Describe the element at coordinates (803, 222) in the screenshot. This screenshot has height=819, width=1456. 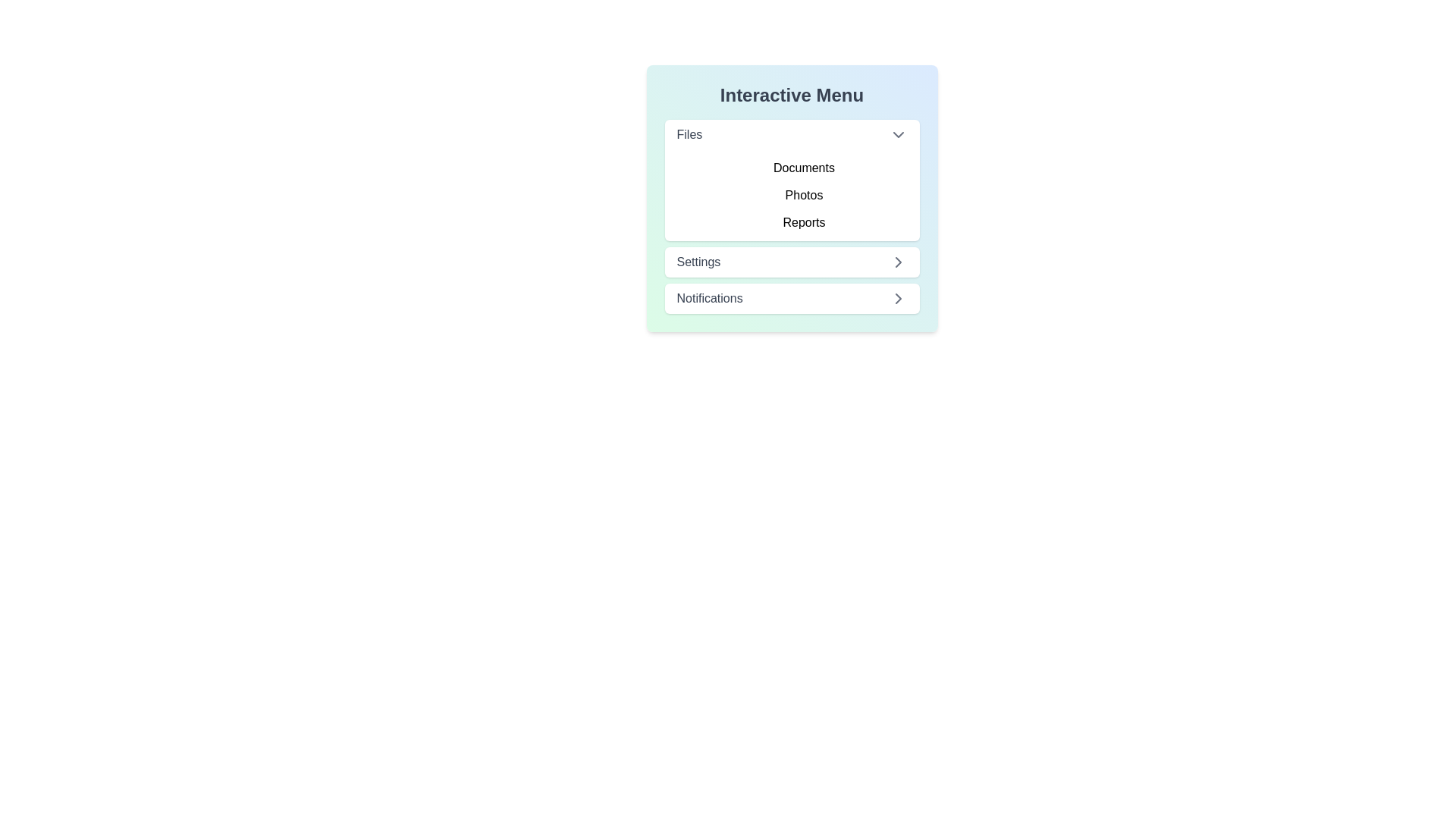
I see `the third label in the 'Files' dropdown menu that leads to 'Reports'` at that location.